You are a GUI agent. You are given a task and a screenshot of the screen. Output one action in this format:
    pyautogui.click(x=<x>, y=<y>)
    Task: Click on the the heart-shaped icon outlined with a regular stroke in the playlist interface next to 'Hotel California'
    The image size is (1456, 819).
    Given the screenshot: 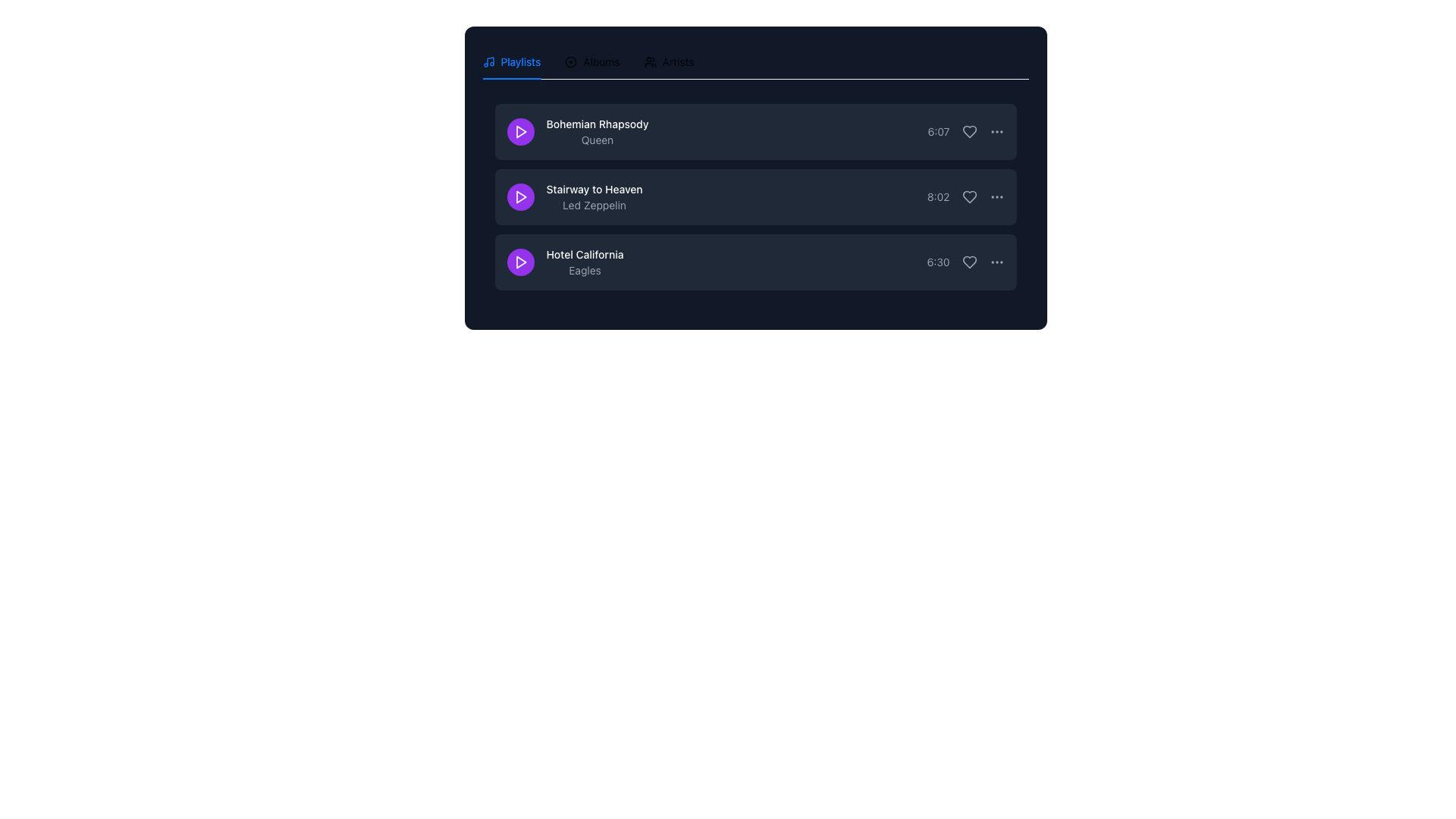 What is the action you would take?
    pyautogui.click(x=968, y=262)
    